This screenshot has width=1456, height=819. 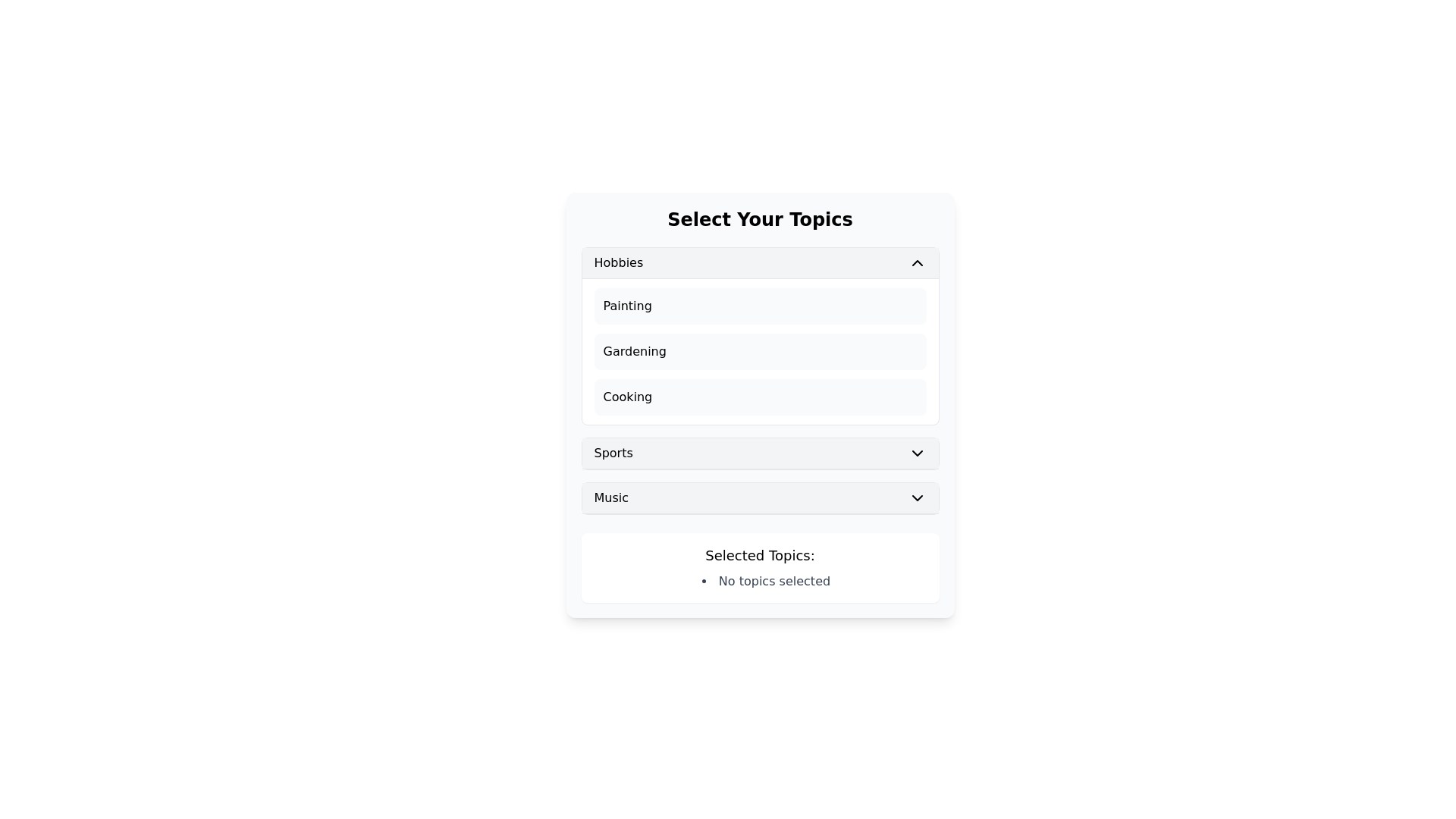 I want to click on the static textual indicator in the bullet list that informs the user that no topics have been selected, located under the 'Selected Topics:' label, so click(x=766, y=581).